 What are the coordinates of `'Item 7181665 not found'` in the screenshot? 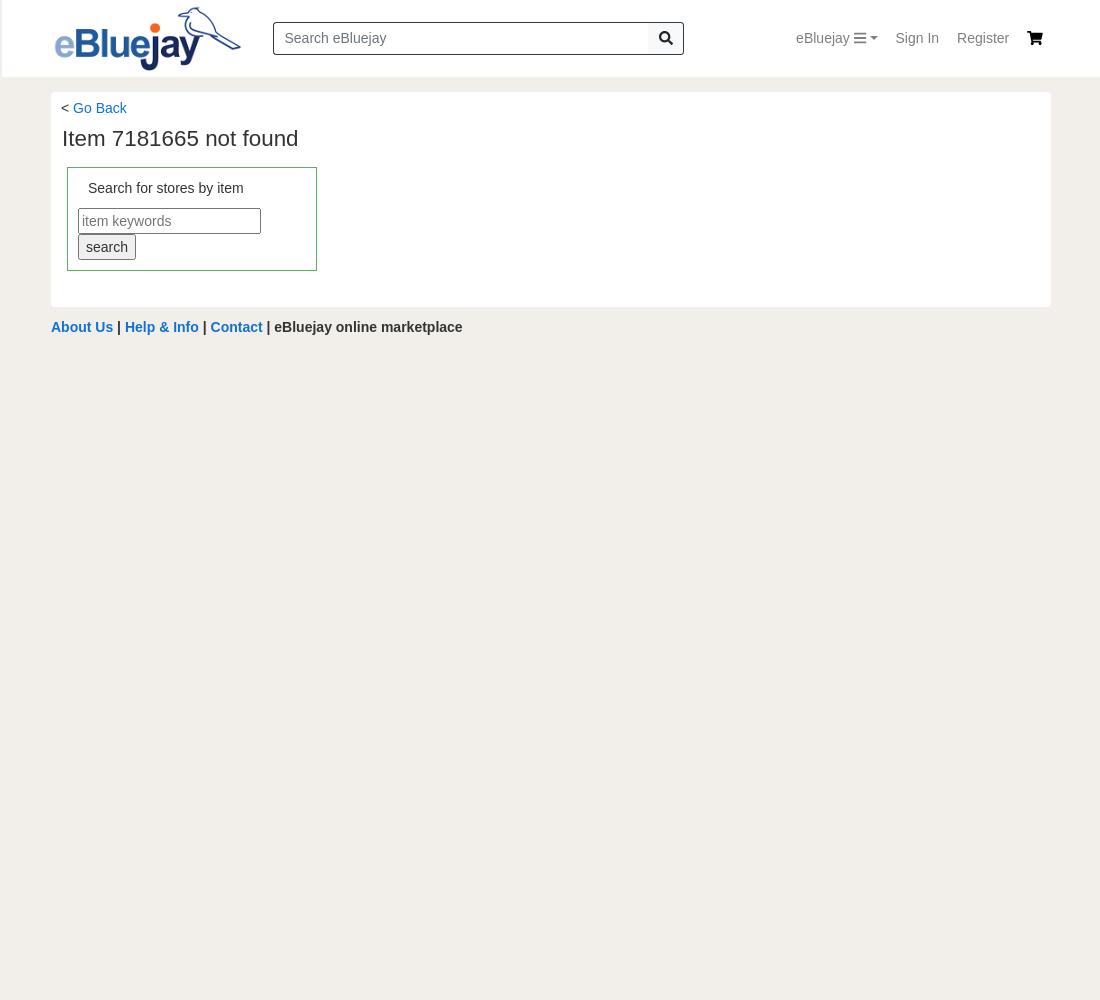 It's located at (178, 137).